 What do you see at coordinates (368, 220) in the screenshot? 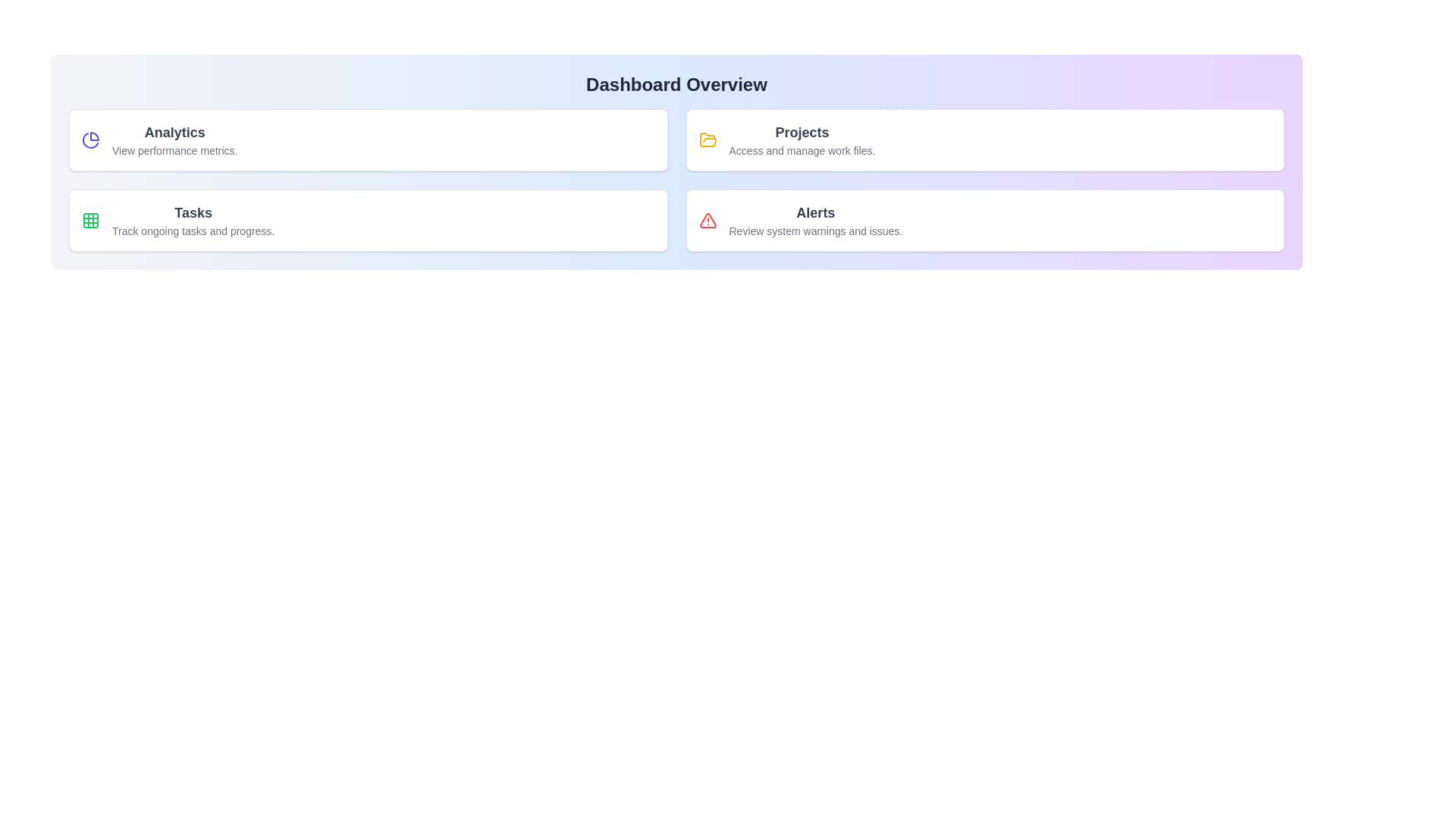
I see `the menu item corresponding to Tasks to navigate to the respective section` at bounding box center [368, 220].